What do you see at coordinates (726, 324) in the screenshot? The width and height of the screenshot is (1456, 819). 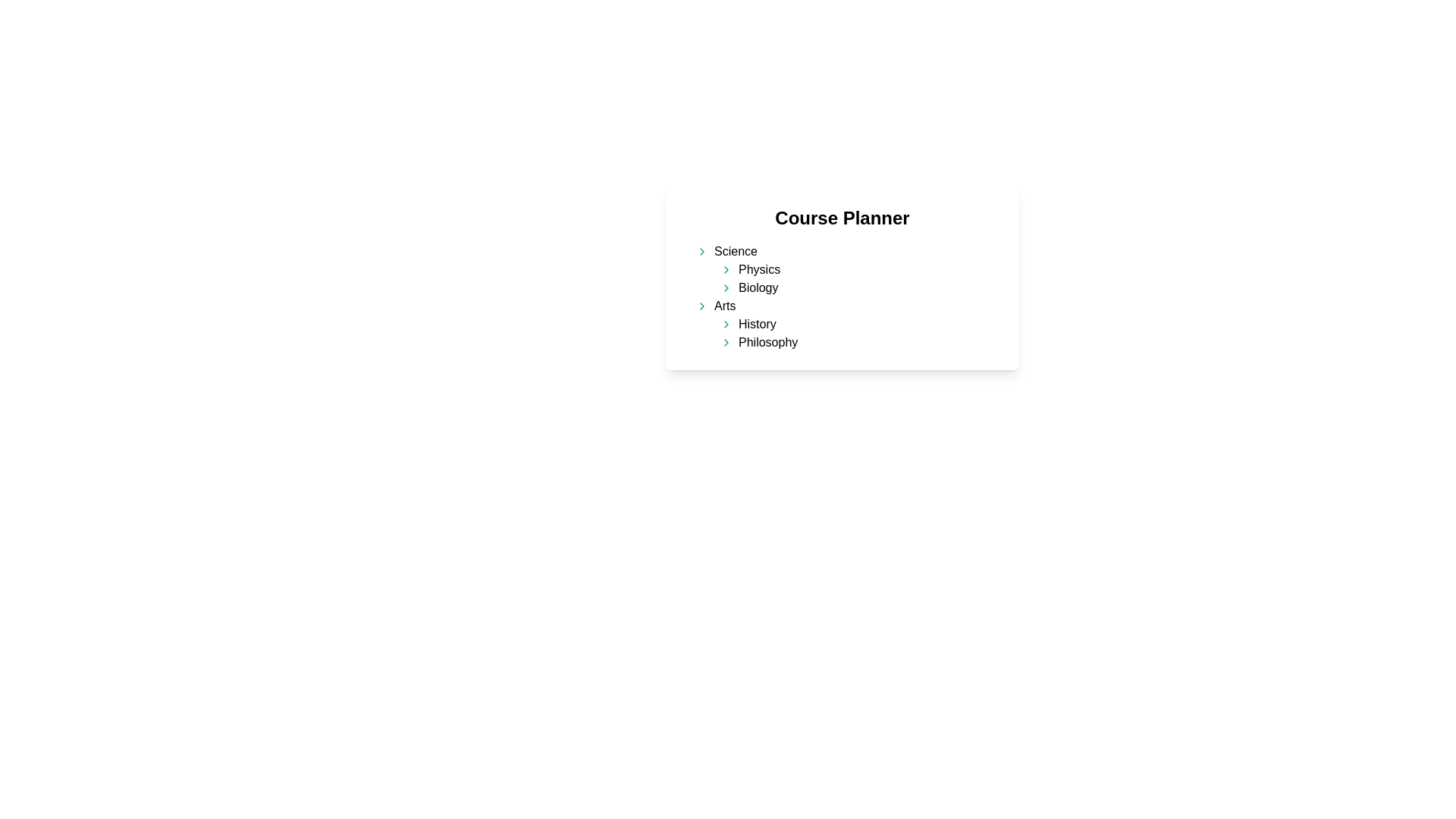 I see `the chevron icon` at bounding box center [726, 324].